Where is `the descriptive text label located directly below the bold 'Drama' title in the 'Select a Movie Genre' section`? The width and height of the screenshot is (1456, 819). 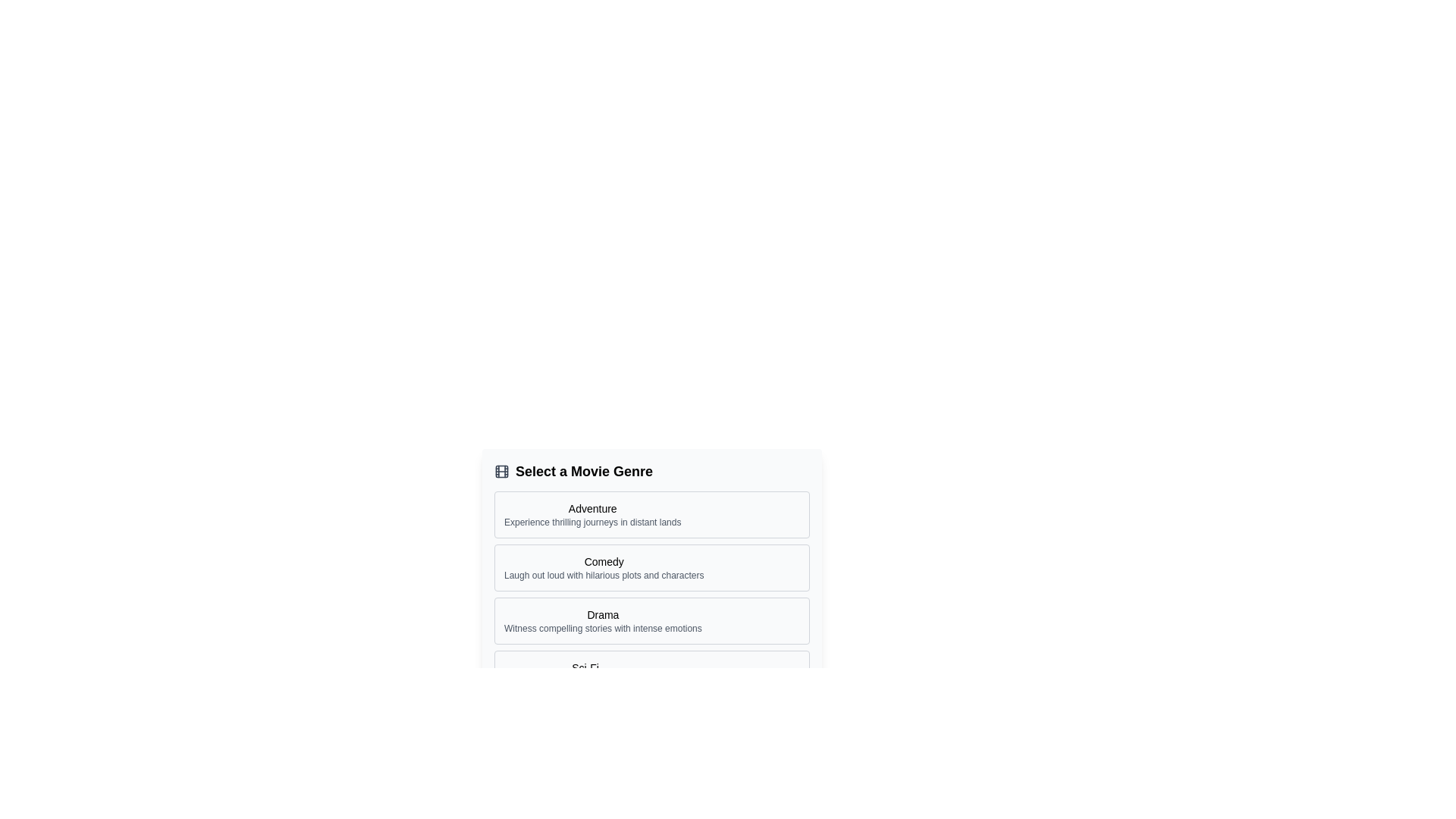
the descriptive text label located directly below the bold 'Drama' title in the 'Select a Movie Genre' section is located at coordinates (602, 629).